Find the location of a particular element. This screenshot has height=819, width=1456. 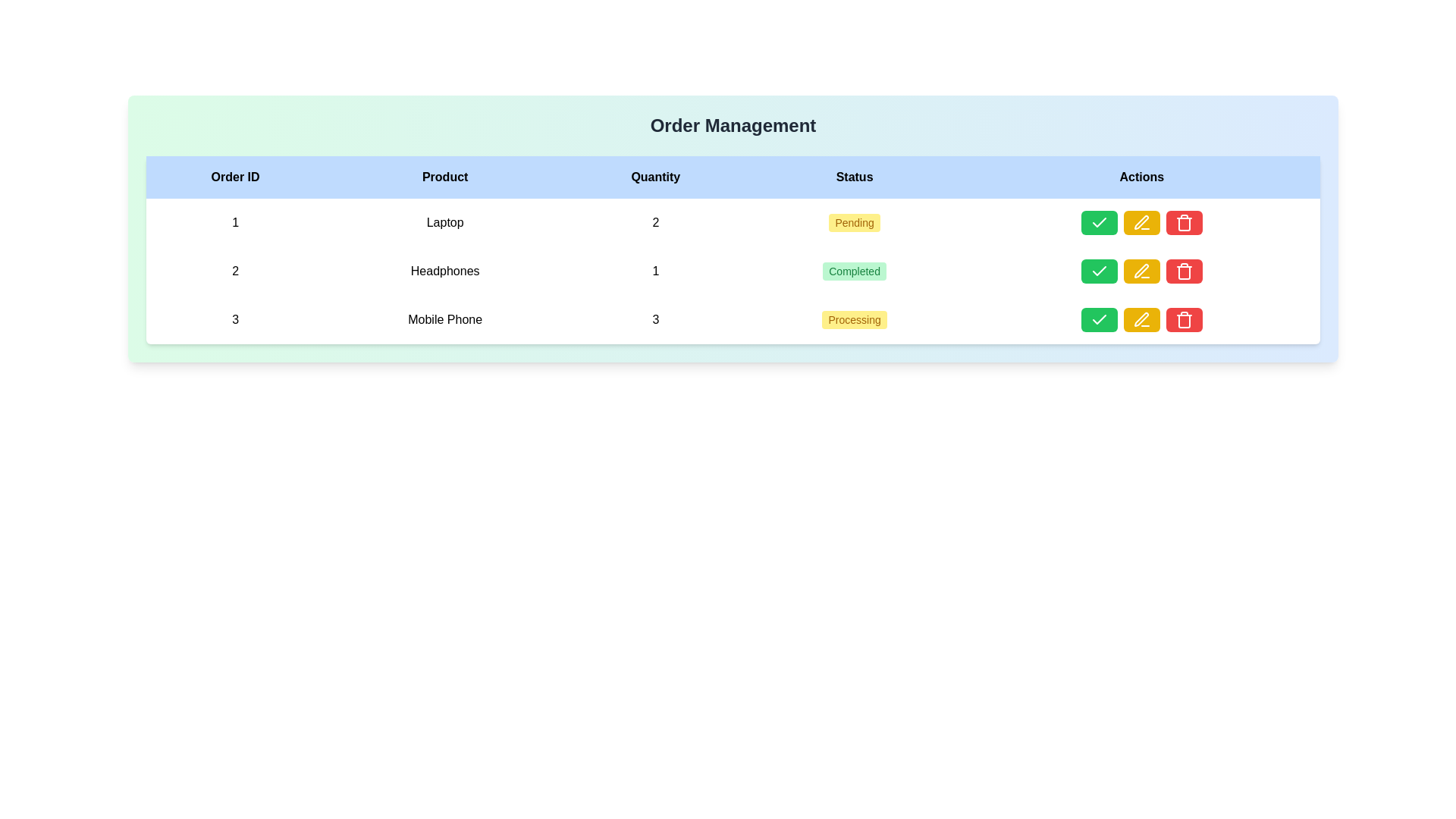

the displayed text on the 'Completed' Indicator Tag, which is a rectangular button-like component with rounded corners and a green background, located in the 'Status' column of the second row in a tabular layout is located at coordinates (855, 271).